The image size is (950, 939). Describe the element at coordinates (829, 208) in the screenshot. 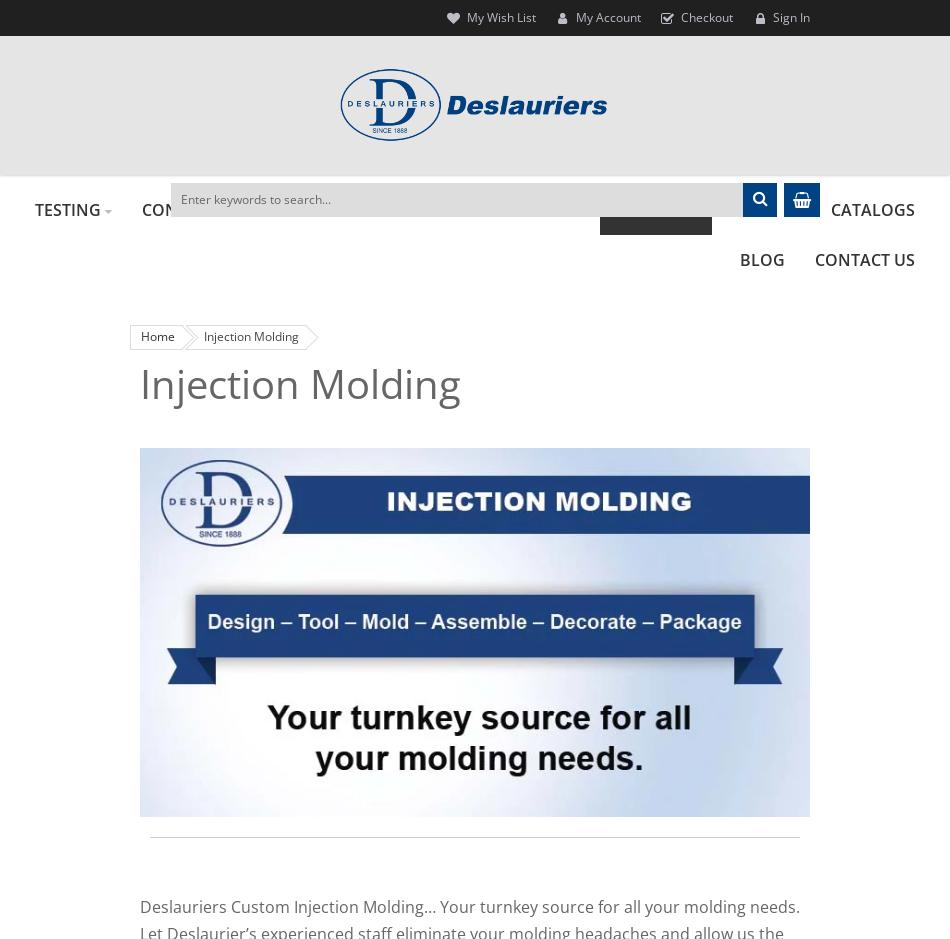

I see `'CATALOGS'` at that location.